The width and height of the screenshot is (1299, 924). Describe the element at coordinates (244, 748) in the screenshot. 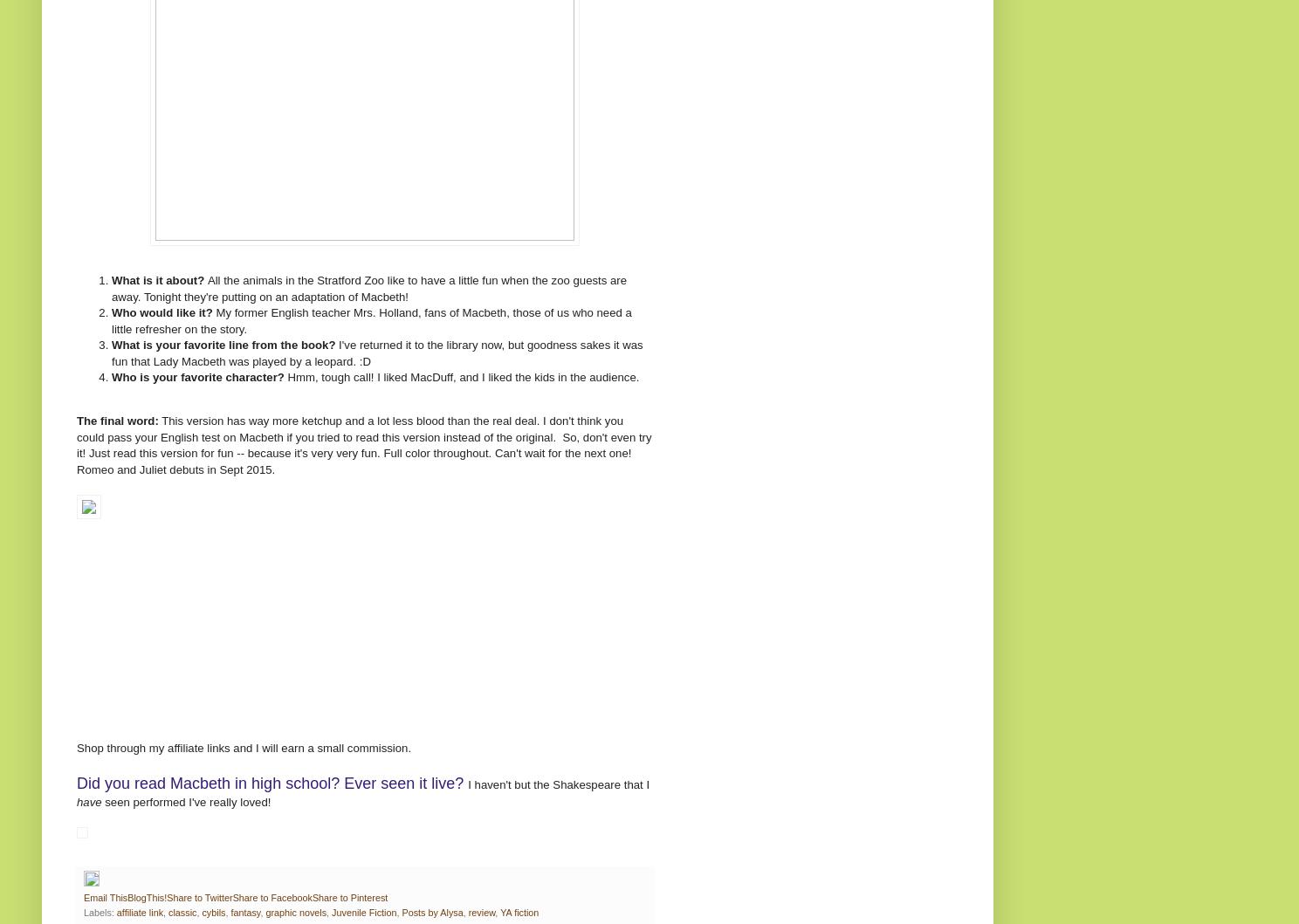

I see `'Shop through my affiliate links and I will earn a small commission.'` at that location.